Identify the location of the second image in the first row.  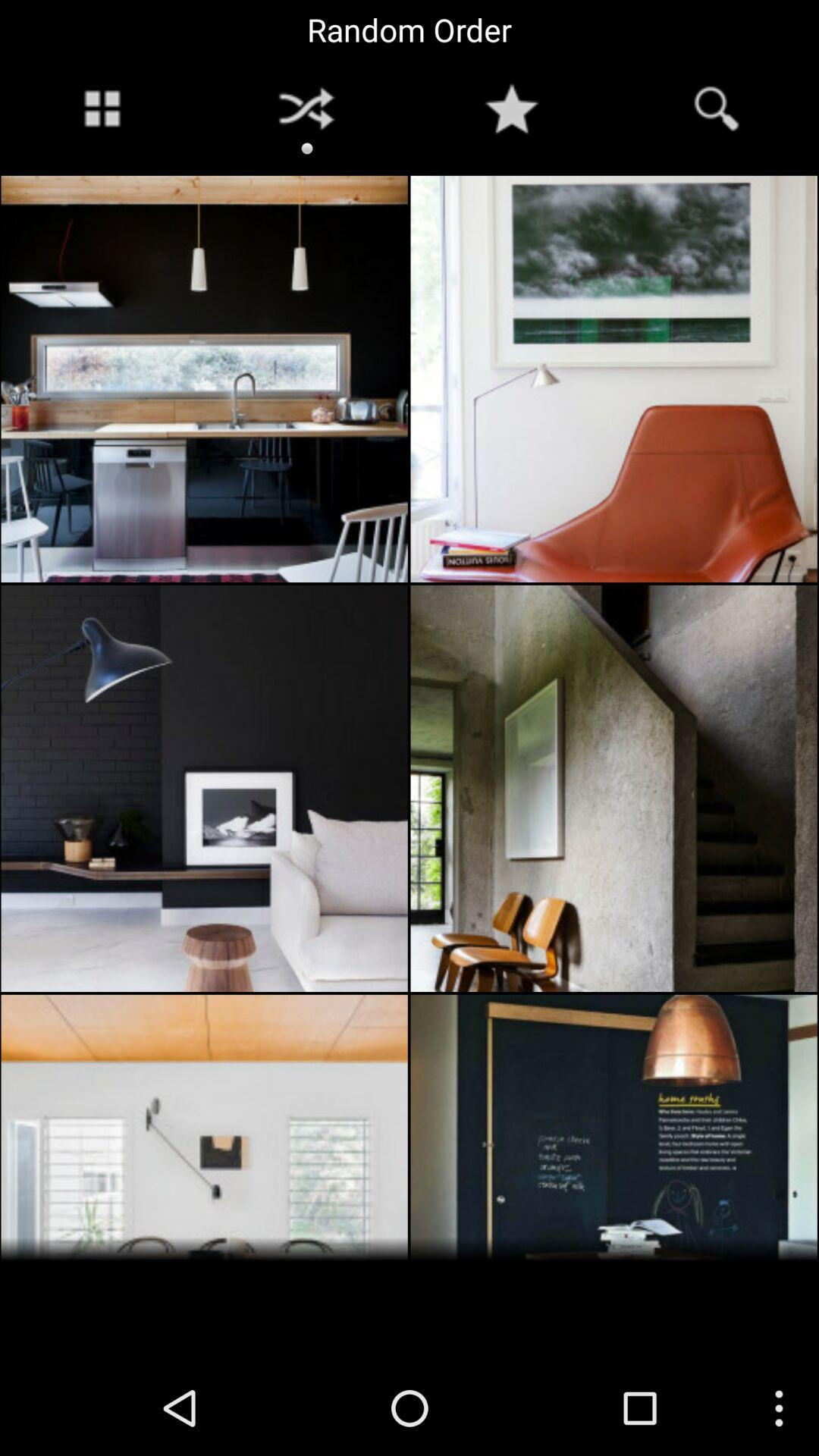
(614, 378).